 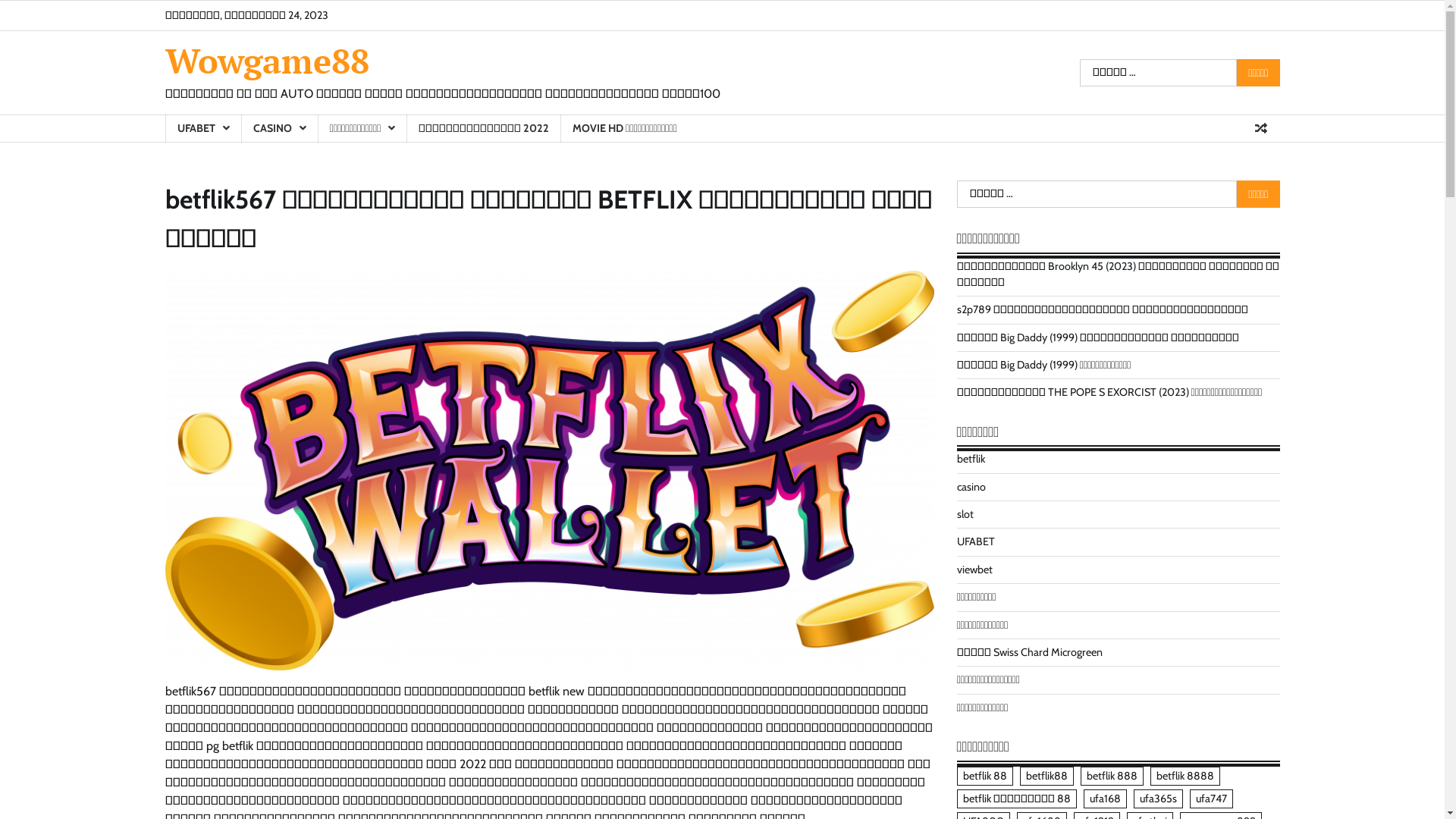 I want to click on 'viewbet', so click(x=974, y=570).